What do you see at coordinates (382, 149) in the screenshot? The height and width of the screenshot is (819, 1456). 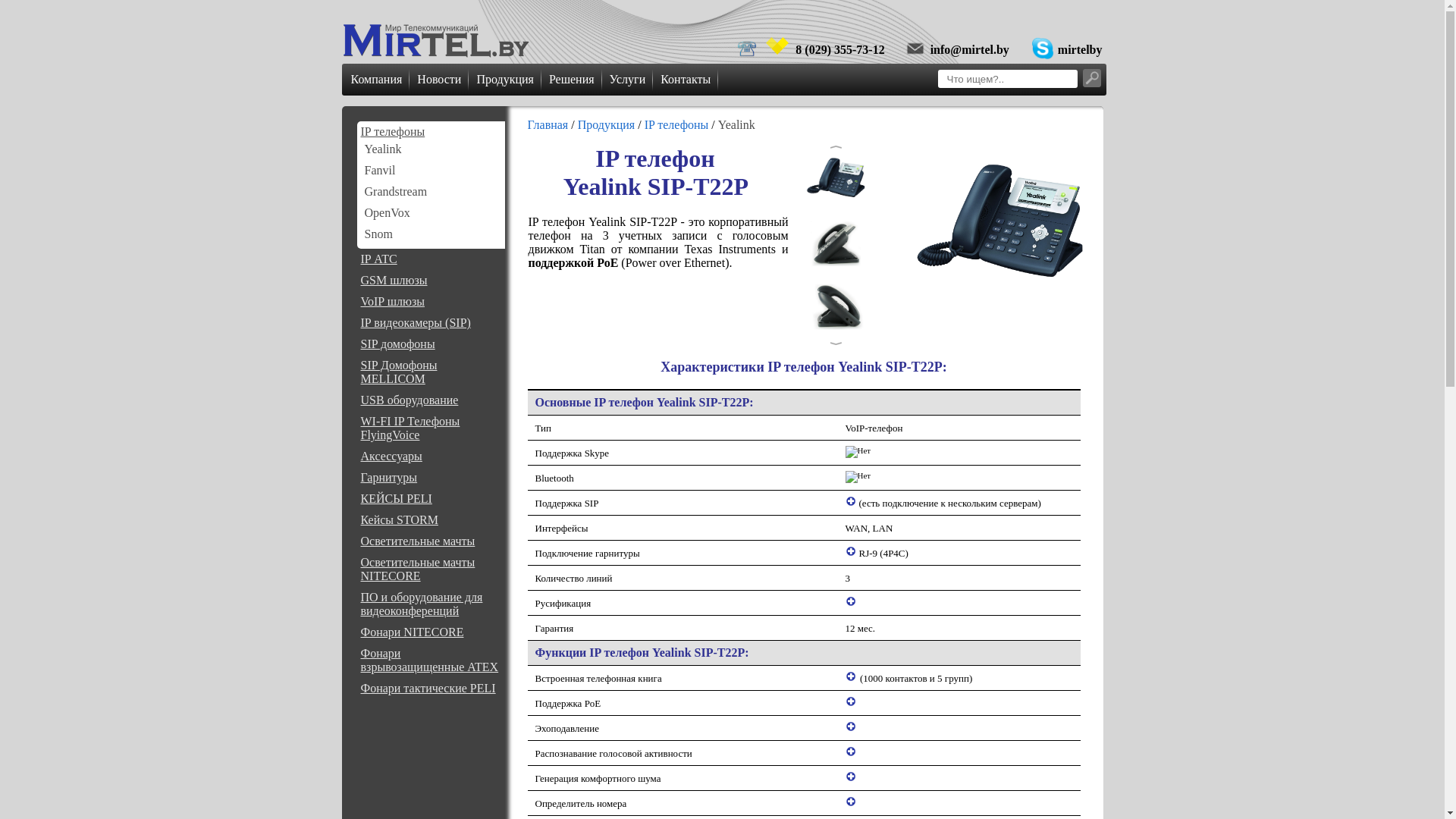 I see `'Yealink'` at bounding box center [382, 149].